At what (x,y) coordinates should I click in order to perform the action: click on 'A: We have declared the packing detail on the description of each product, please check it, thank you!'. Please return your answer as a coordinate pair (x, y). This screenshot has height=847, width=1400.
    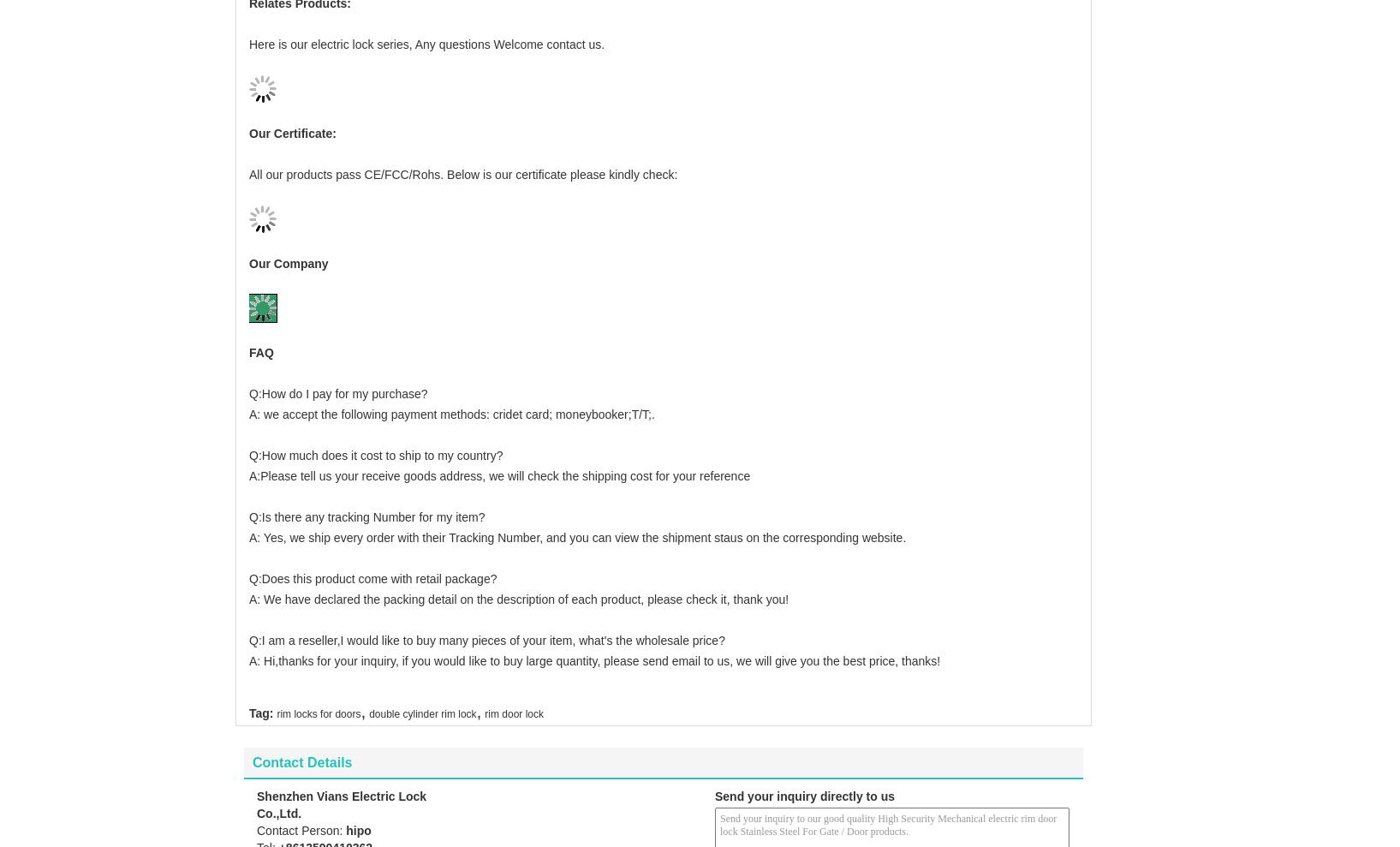
    Looking at the image, I should click on (517, 570).